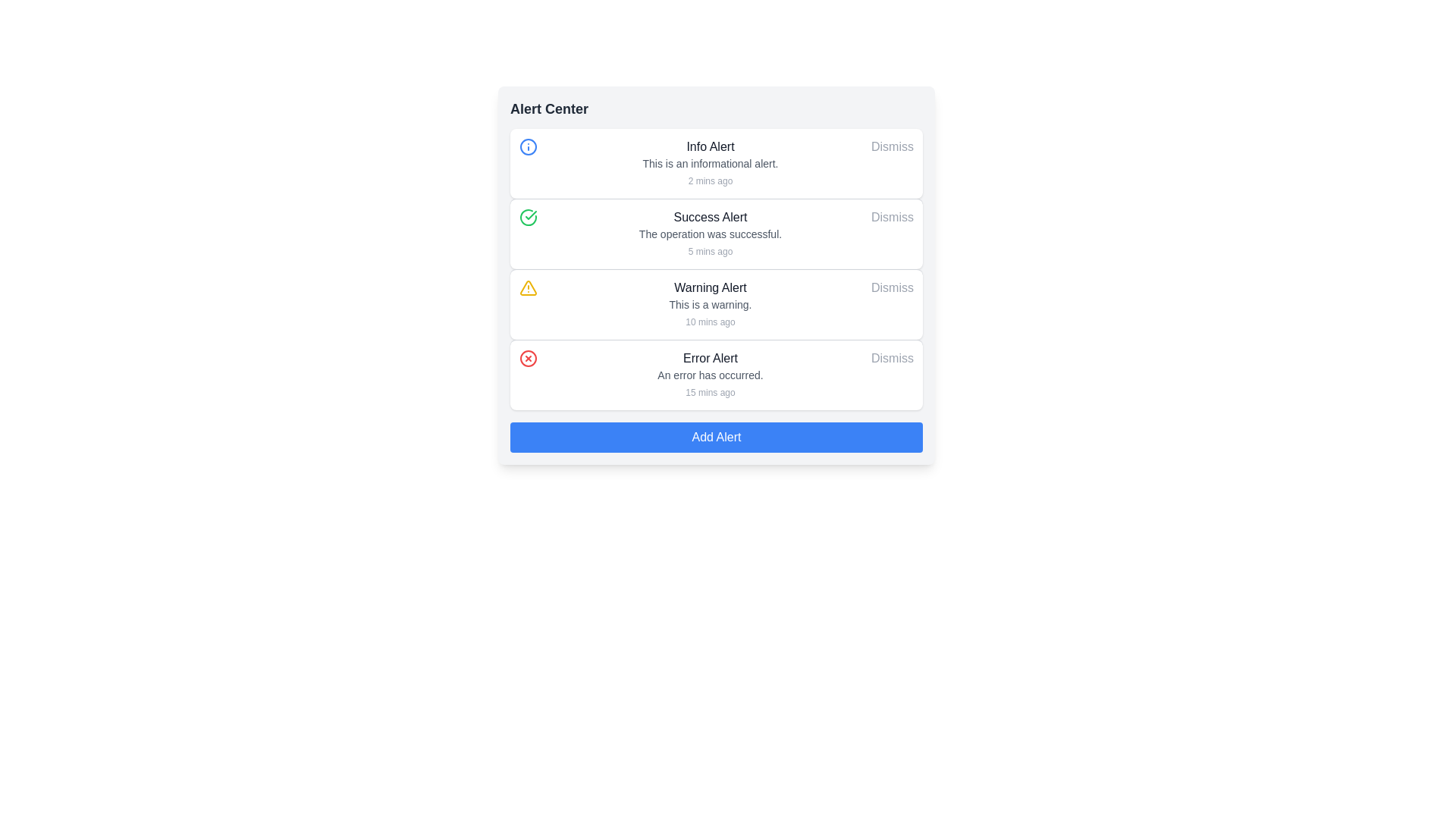  Describe the element at coordinates (892, 288) in the screenshot. I see `the 'Dismiss' button in the 'Warning Alert' notification` at that location.